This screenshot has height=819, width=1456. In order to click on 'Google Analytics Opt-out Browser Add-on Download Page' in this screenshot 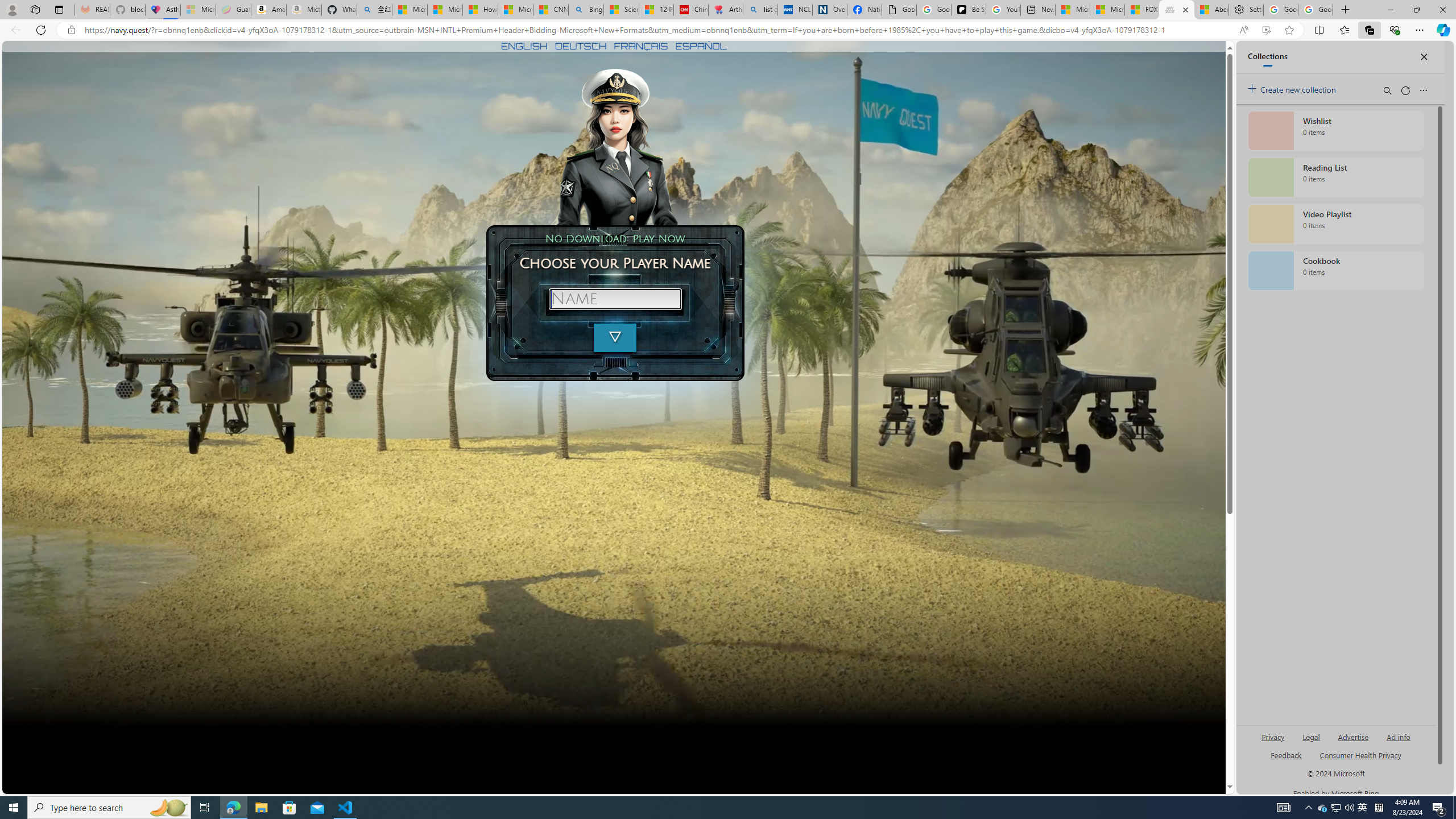, I will do `click(898, 9)`.